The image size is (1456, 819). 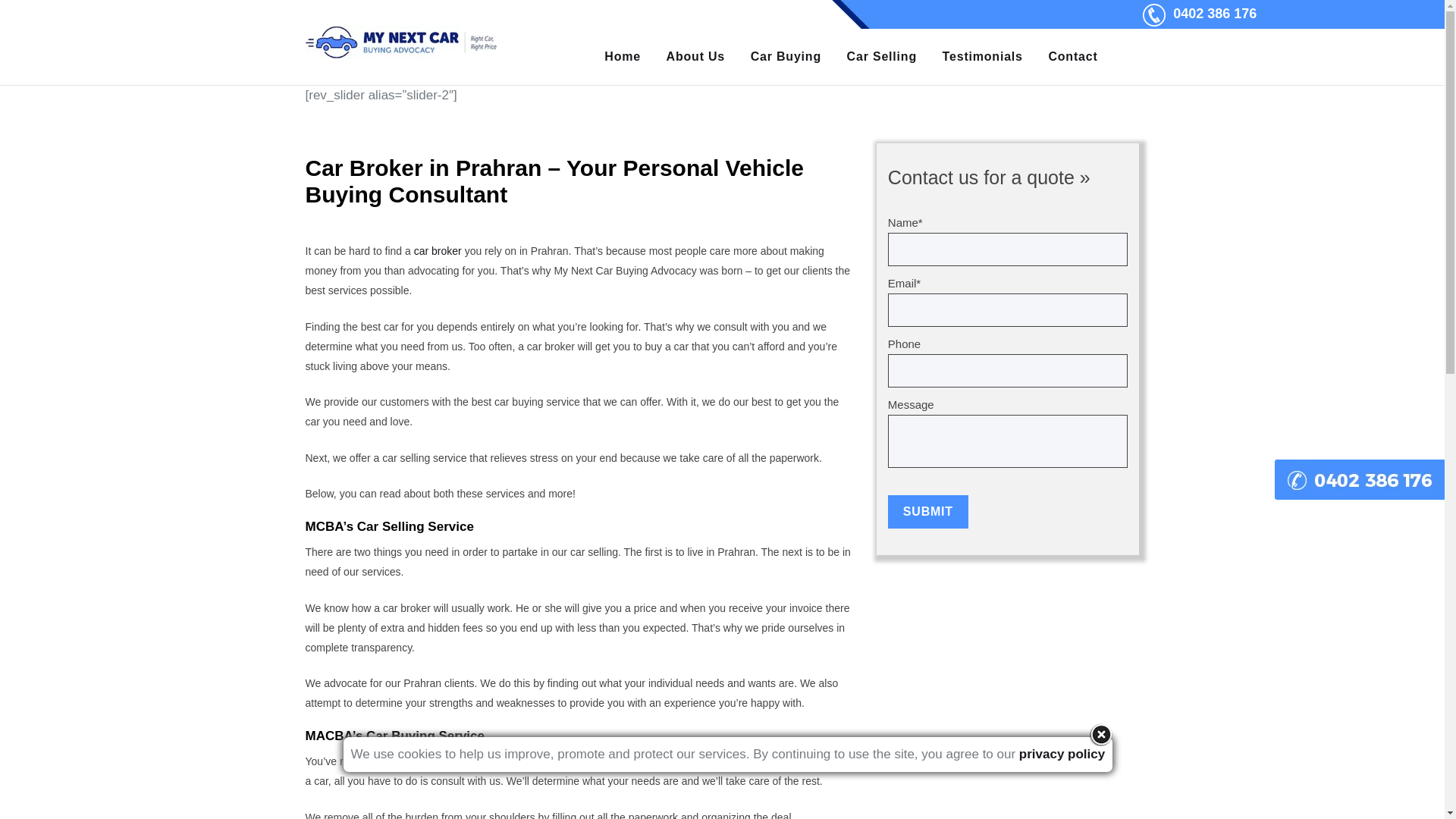 I want to click on 'Close', so click(x=1100, y=733).